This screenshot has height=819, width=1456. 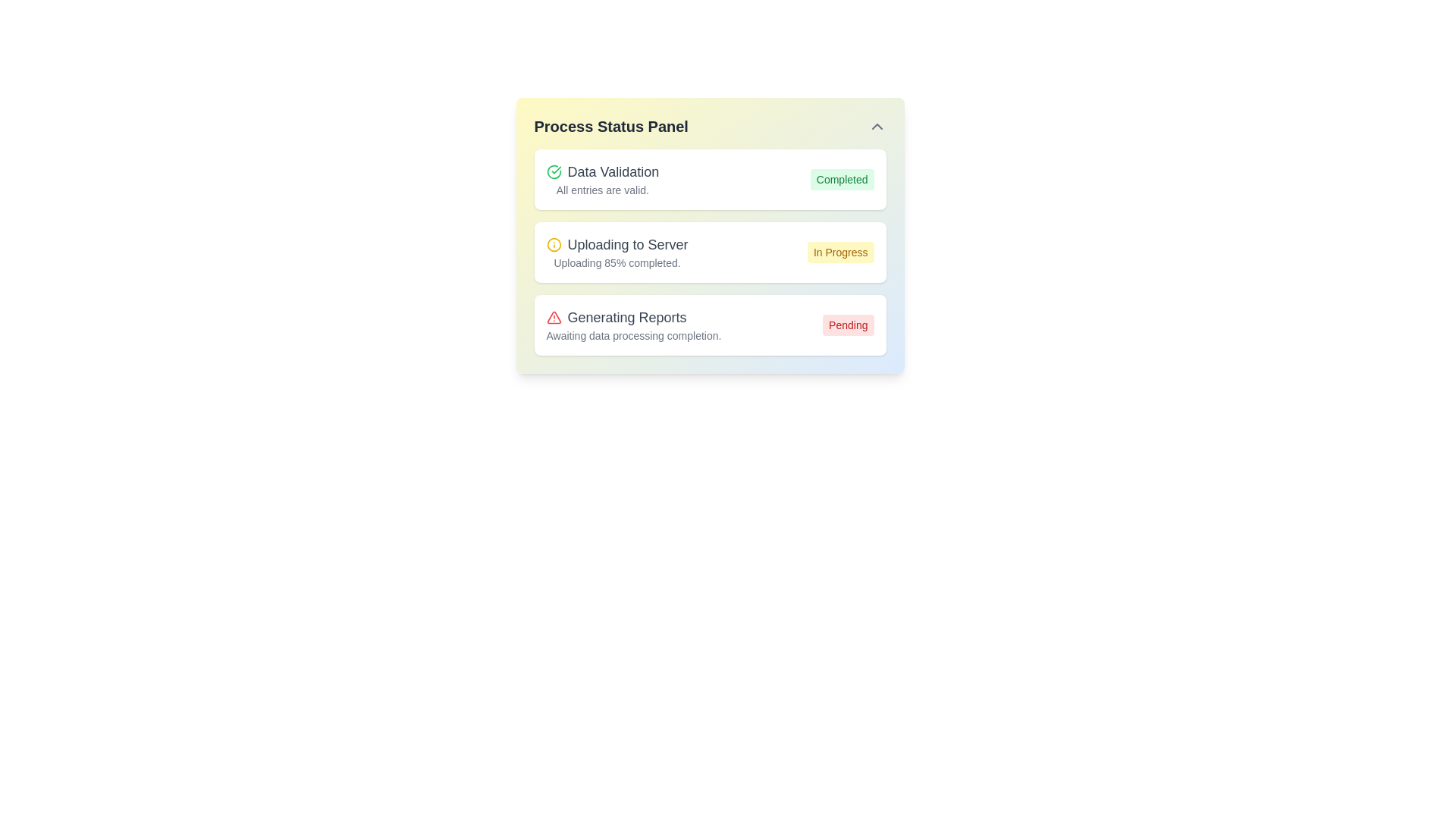 What do you see at coordinates (839, 251) in the screenshot?
I see `the Status indicator badge that shows 'Uploading to Server', which is the second status label from the top, aligned to the right of its process title` at bounding box center [839, 251].